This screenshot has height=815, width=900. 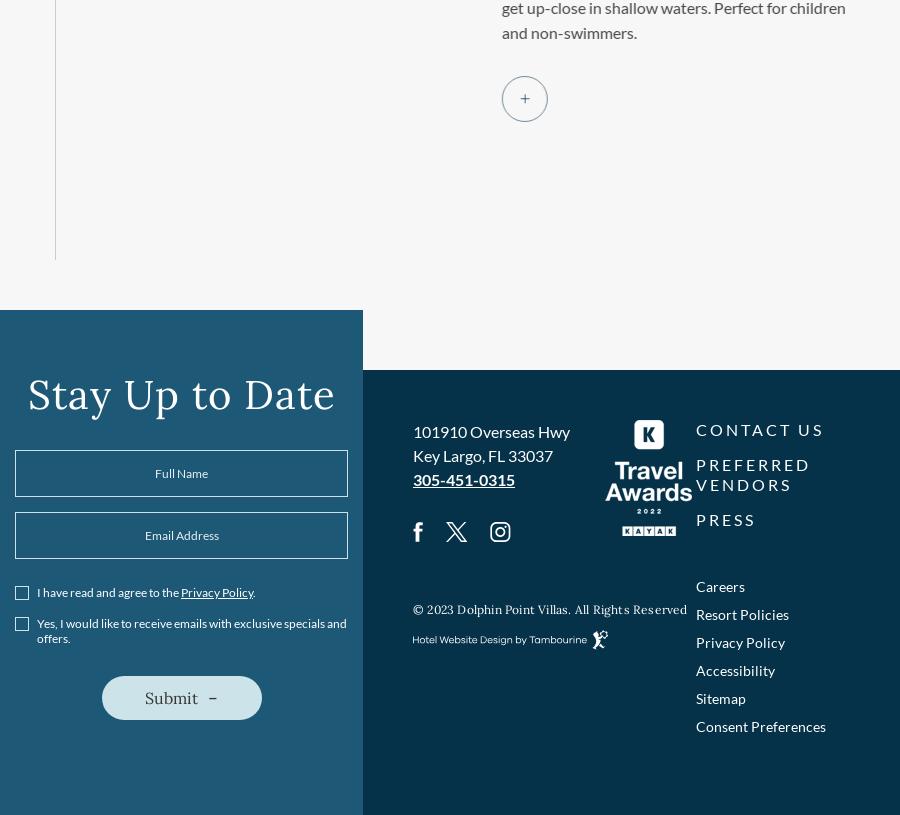 What do you see at coordinates (452, 98) in the screenshot?
I see `'Learn More'` at bounding box center [452, 98].